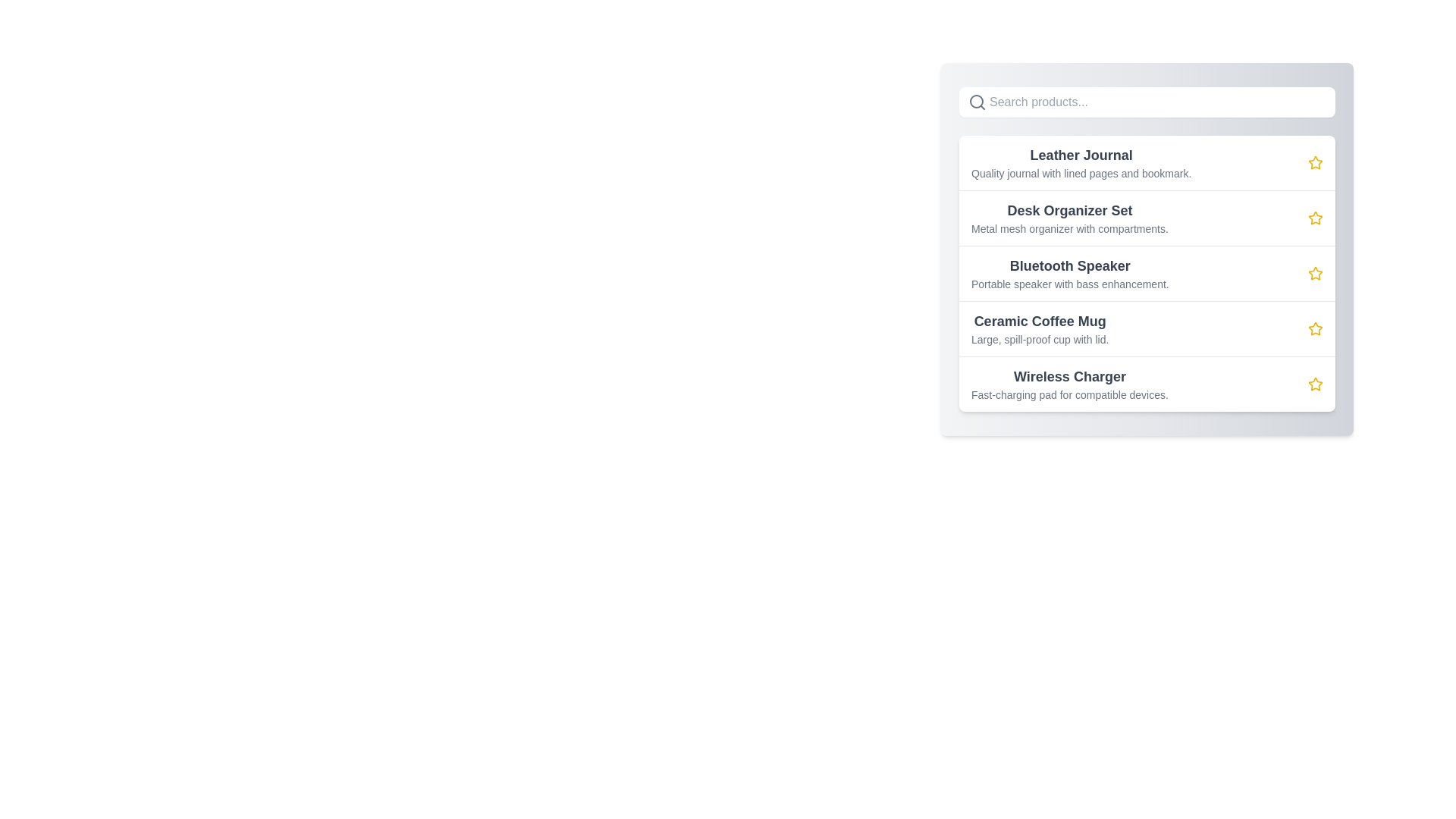  I want to click on the Star icon located on the far right of the 'Wireless Charger' list item, so click(1314, 383).